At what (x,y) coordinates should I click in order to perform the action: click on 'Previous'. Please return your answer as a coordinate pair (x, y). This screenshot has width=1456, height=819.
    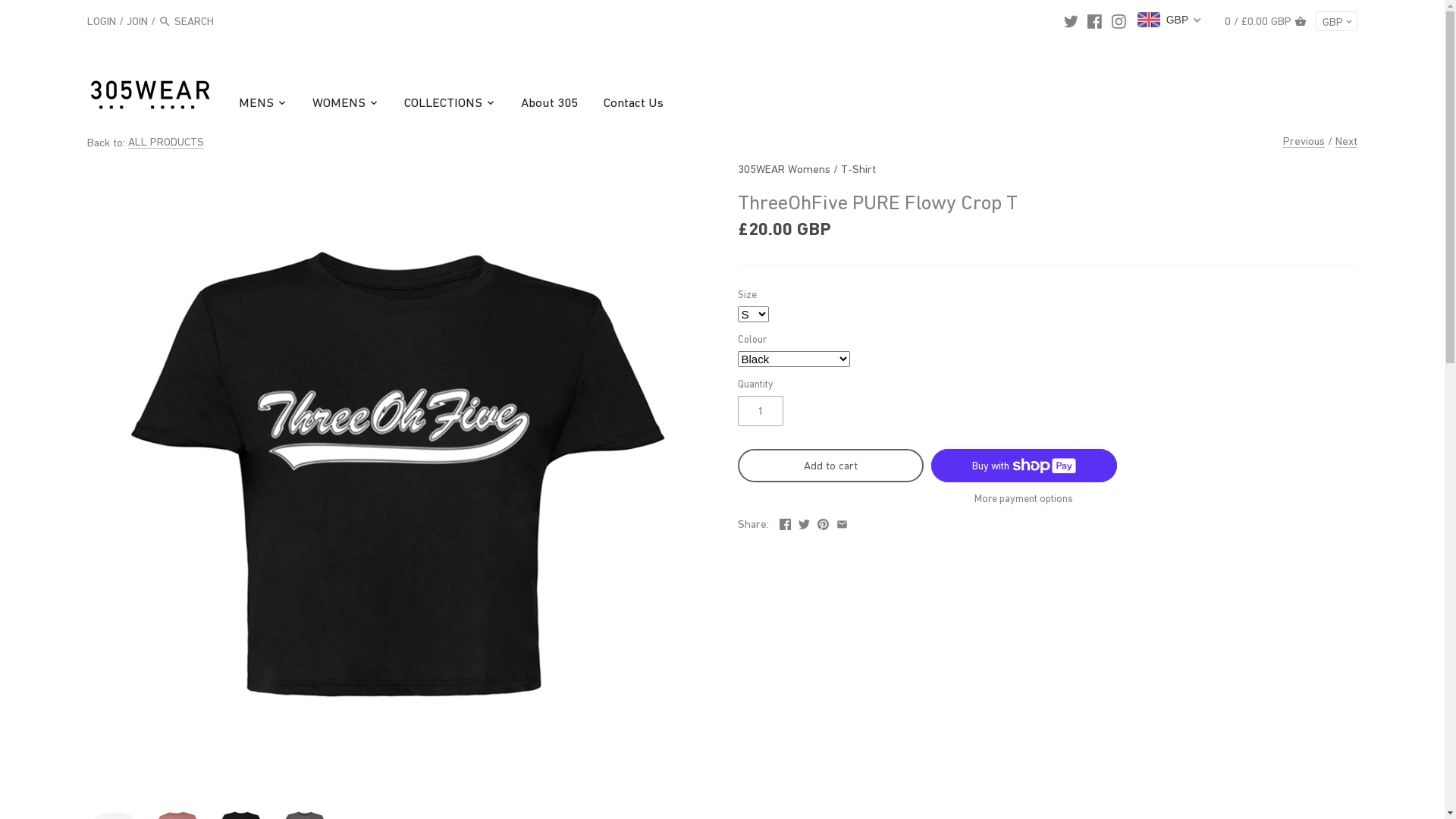
    Looking at the image, I should click on (1303, 140).